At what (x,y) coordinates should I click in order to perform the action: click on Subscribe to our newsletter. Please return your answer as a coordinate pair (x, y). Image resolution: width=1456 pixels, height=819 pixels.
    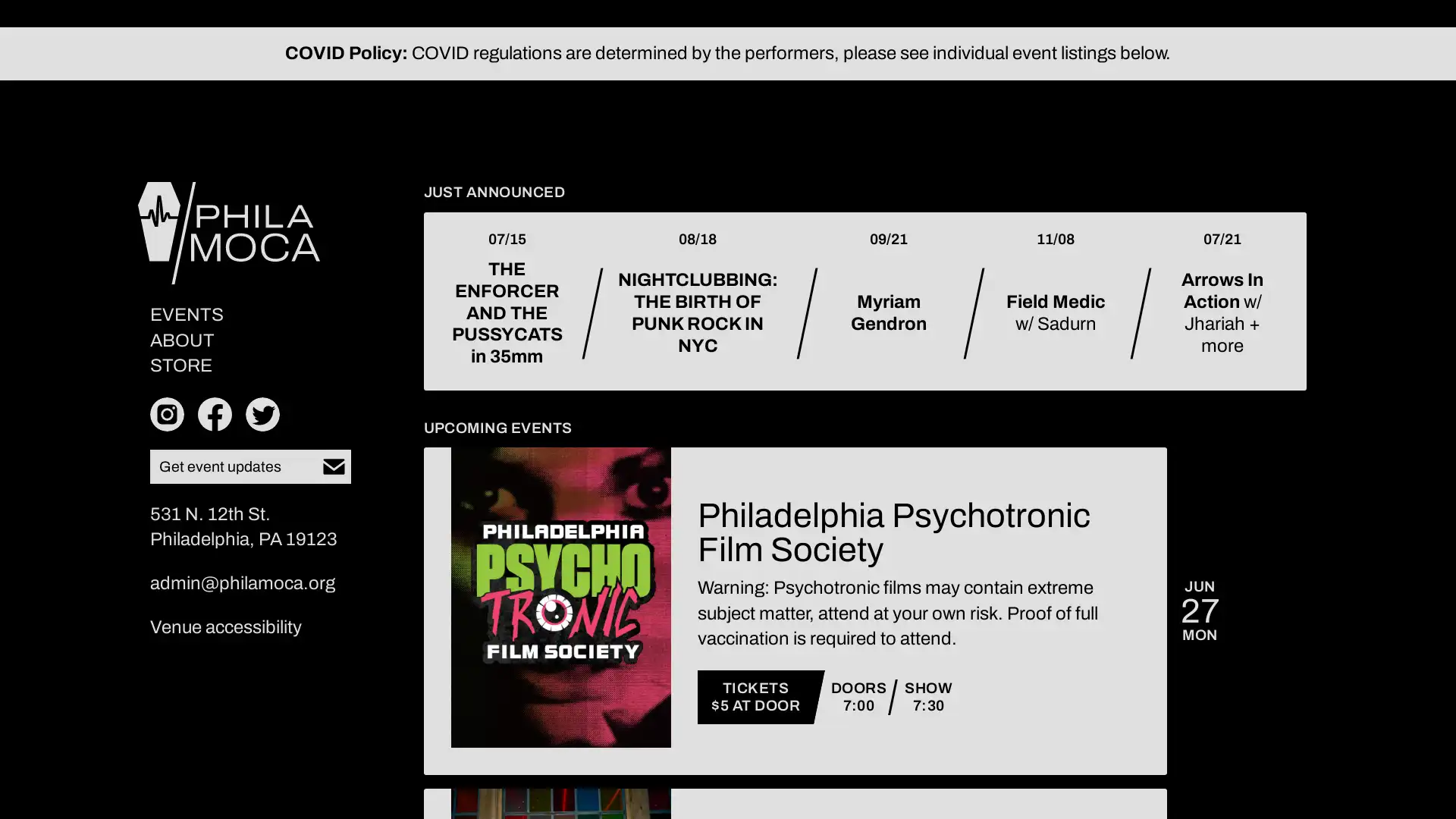
    Looking at the image, I should click on (332, 465).